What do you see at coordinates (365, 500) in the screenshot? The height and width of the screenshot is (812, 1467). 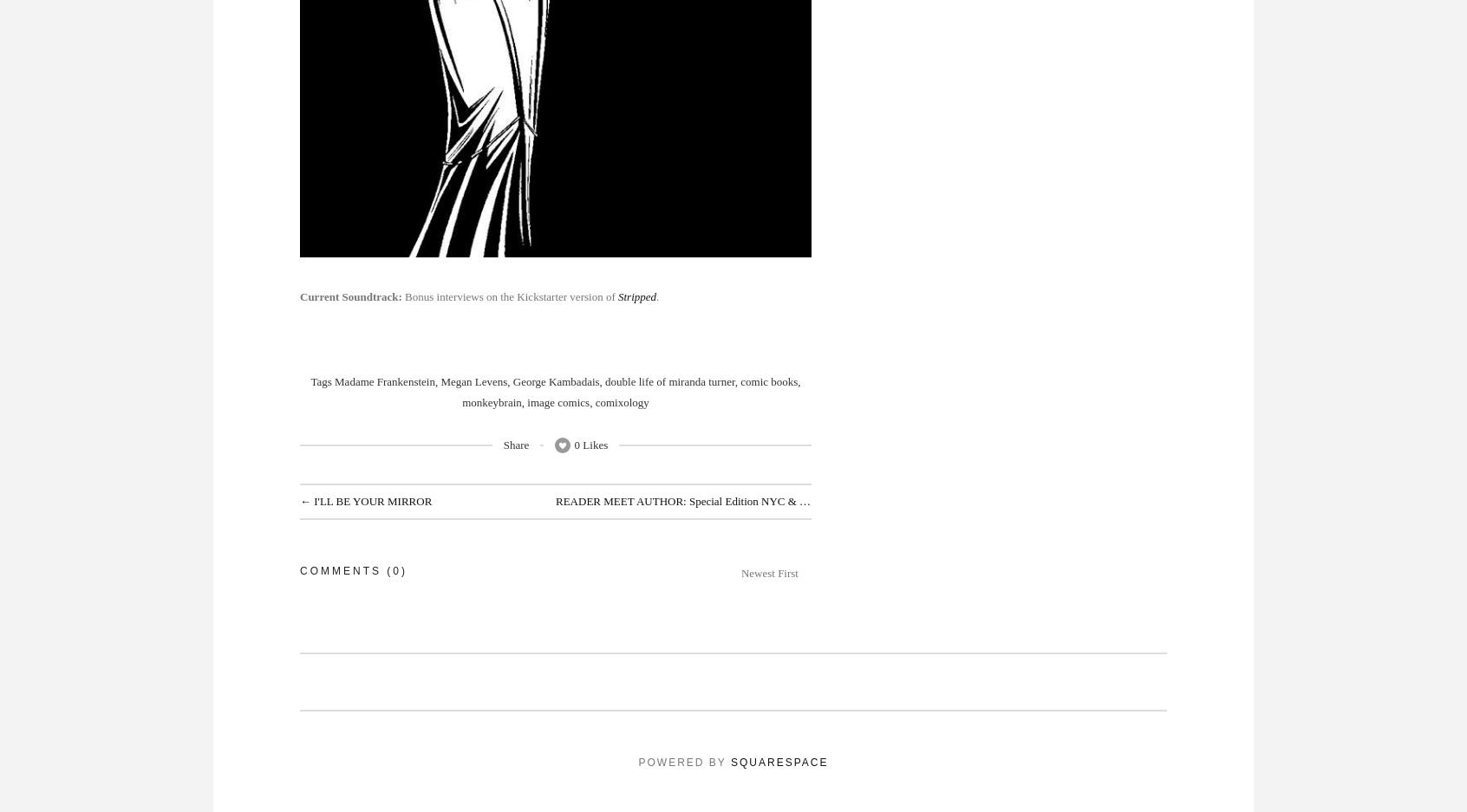 I see `'← I'LL BE YOUR MIRROR'` at bounding box center [365, 500].